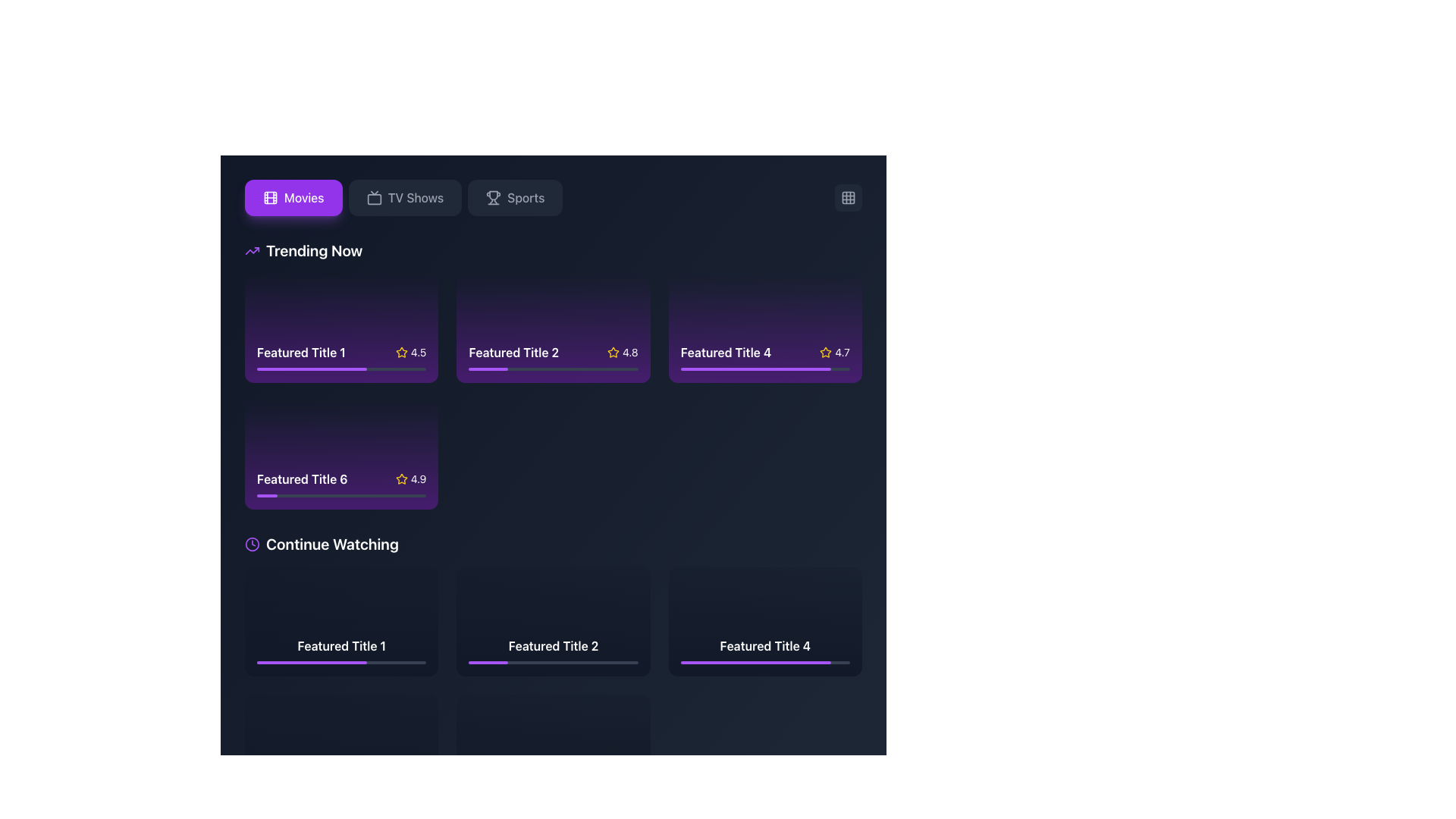 The width and height of the screenshot is (1456, 819). Describe the element at coordinates (842, 352) in the screenshot. I see `the numerical rating text '4.7' displayed in small font size, located adjacent` at that location.